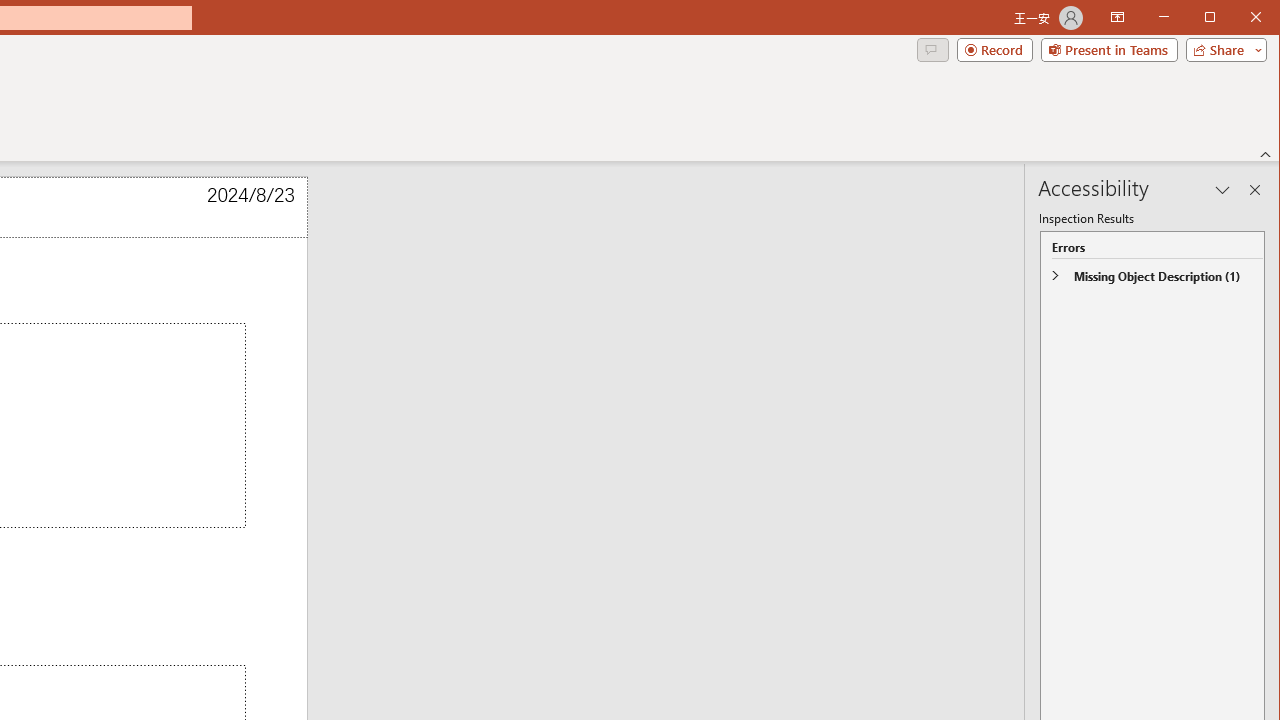  Describe the element at coordinates (1238, 19) in the screenshot. I see `'Maximize'` at that location.